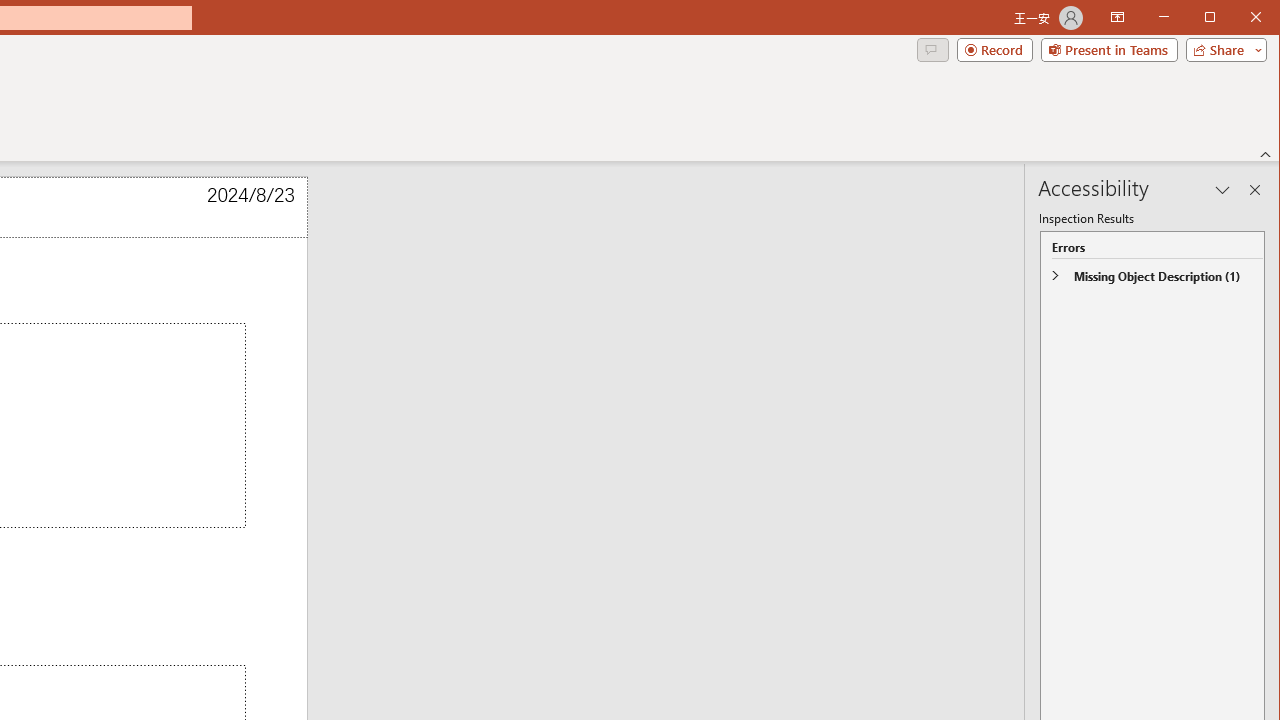  Describe the element at coordinates (1238, 19) in the screenshot. I see `'Maximize'` at that location.